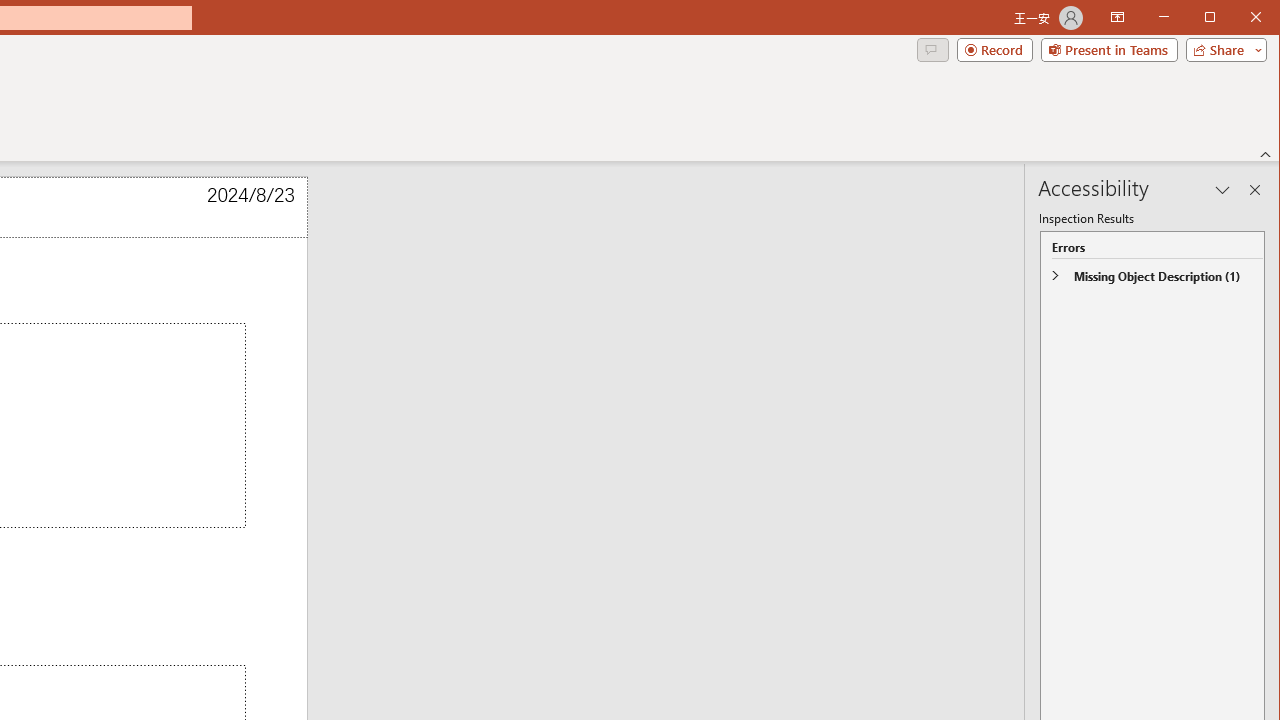  Describe the element at coordinates (1238, 19) in the screenshot. I see `'Maximize'` at that location.